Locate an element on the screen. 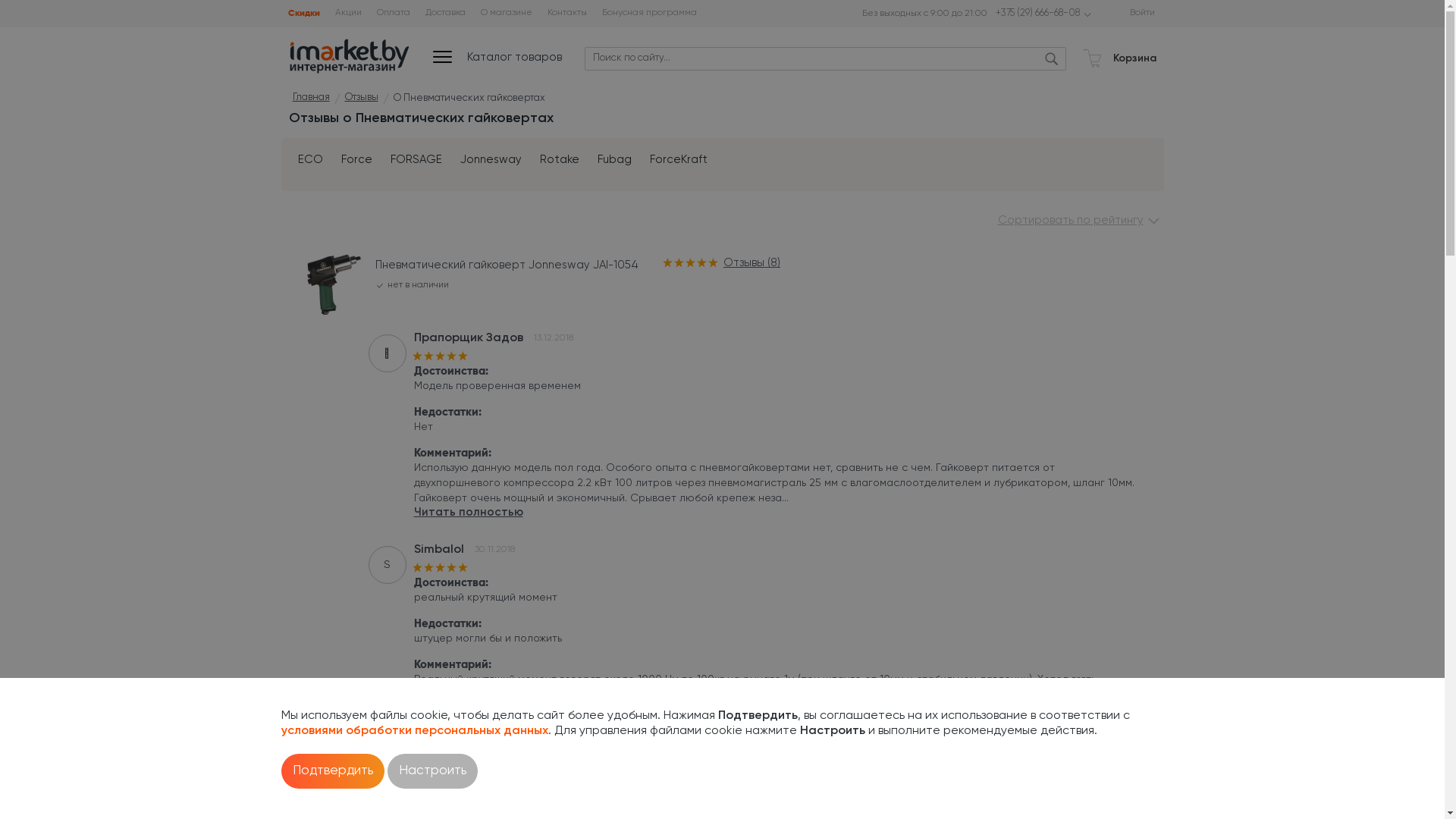  'ECO' is located at coordinates (309, 160).